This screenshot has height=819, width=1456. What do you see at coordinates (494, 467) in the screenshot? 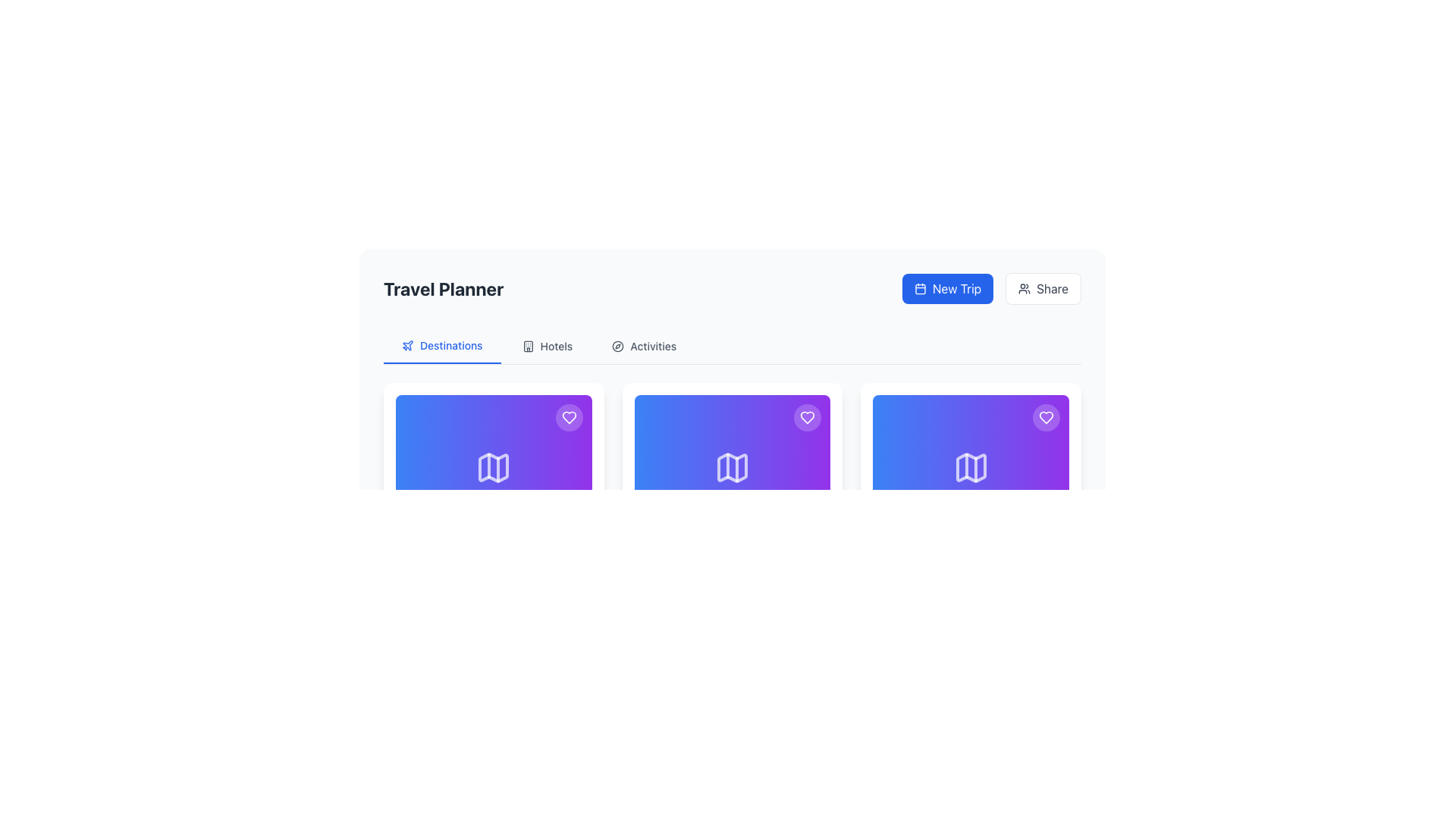
I see `to select the first card in the 'Destinations' section, which has a gradient background from blue to purple and a map icon at its center` at bounding box center [494, 467].